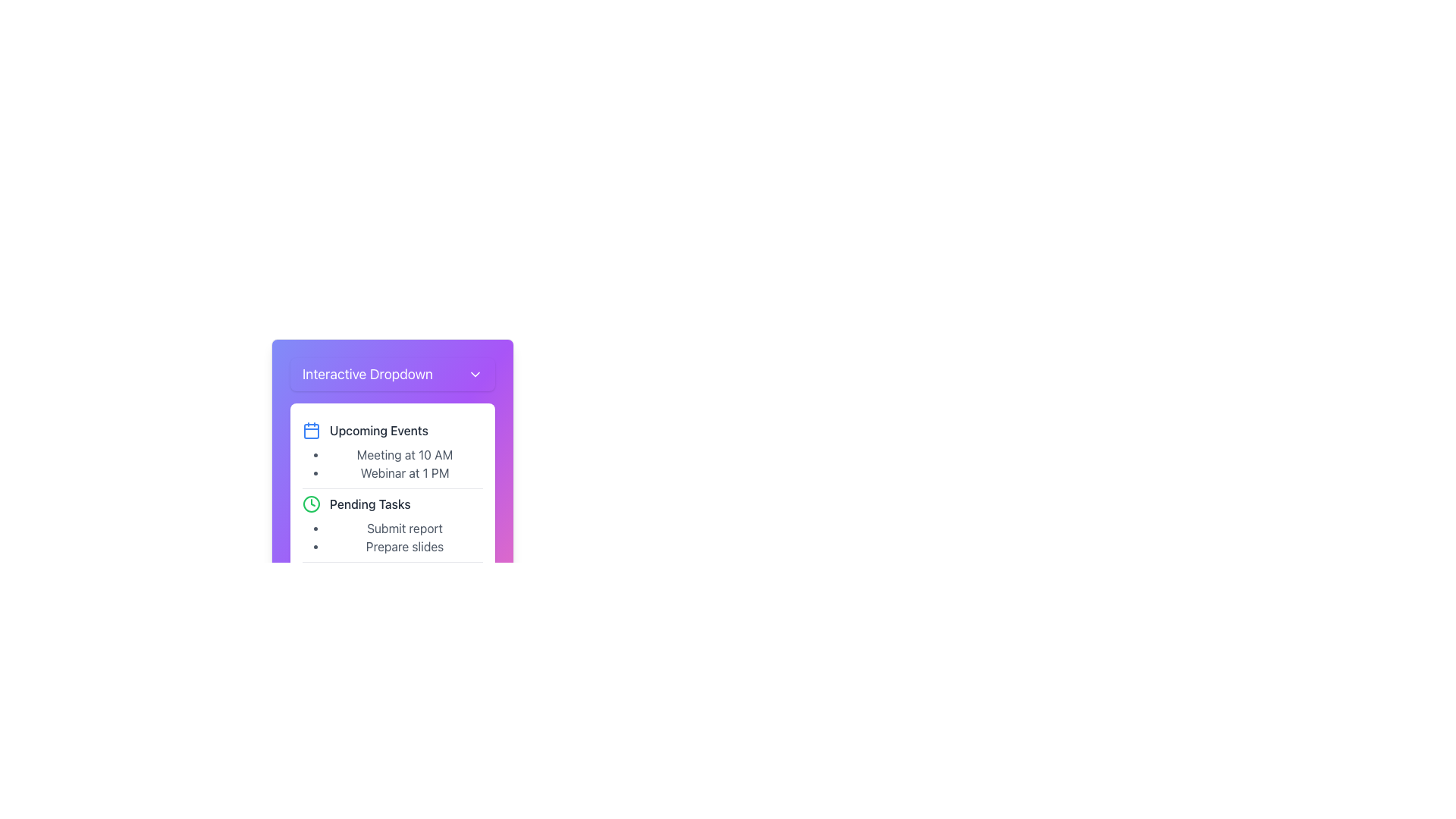 The height and width of the screenshot is (819, 1456). What do you see at coordinates (393, 451) in the screenshot?
I see `information displayed in the text segment located directly below the top of the dropdown layout, which presents details about upcoming events` at bounding box center [393, 451].